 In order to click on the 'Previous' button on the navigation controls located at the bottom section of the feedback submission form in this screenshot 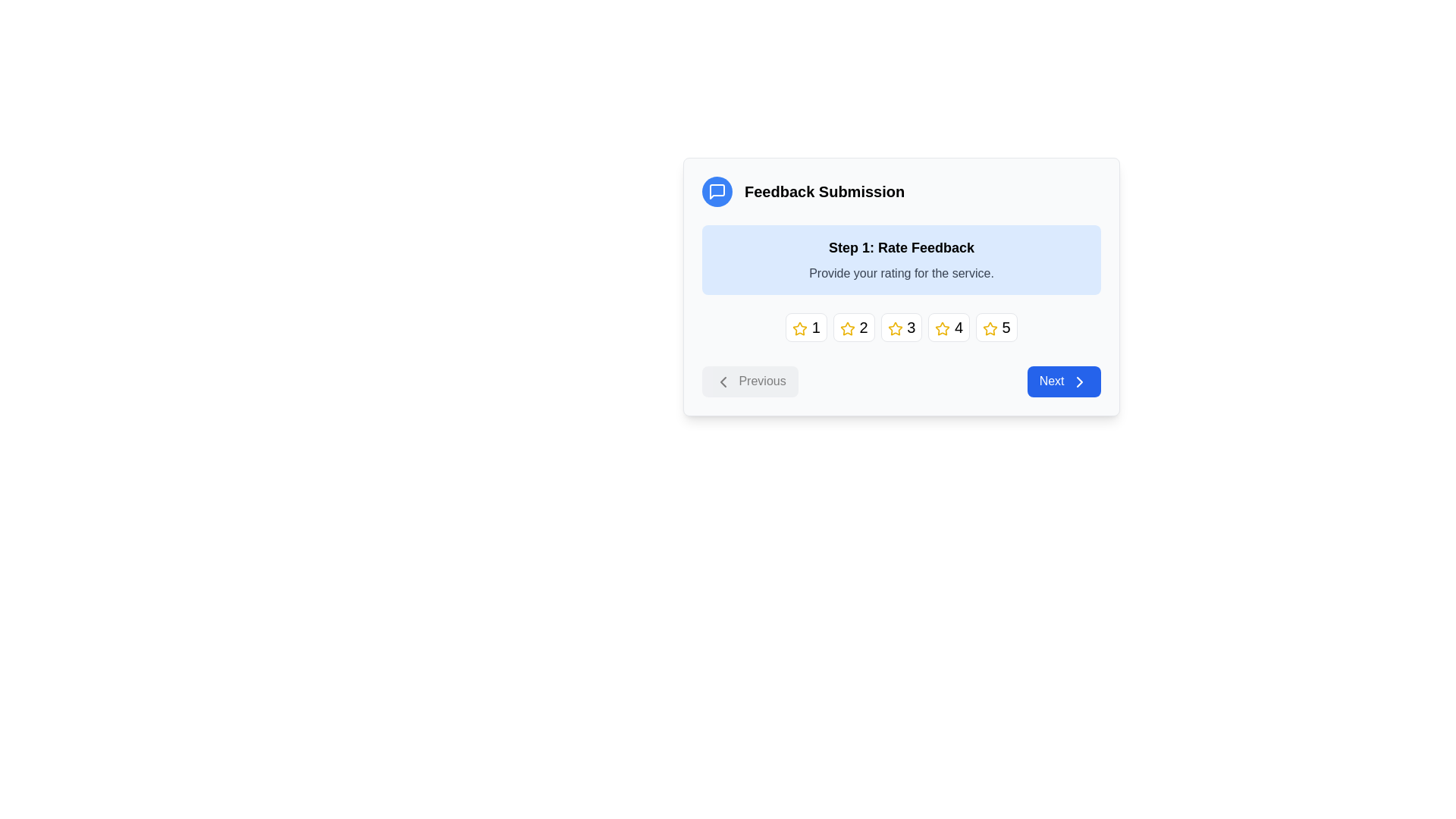, I will do `click(902, 380)`.